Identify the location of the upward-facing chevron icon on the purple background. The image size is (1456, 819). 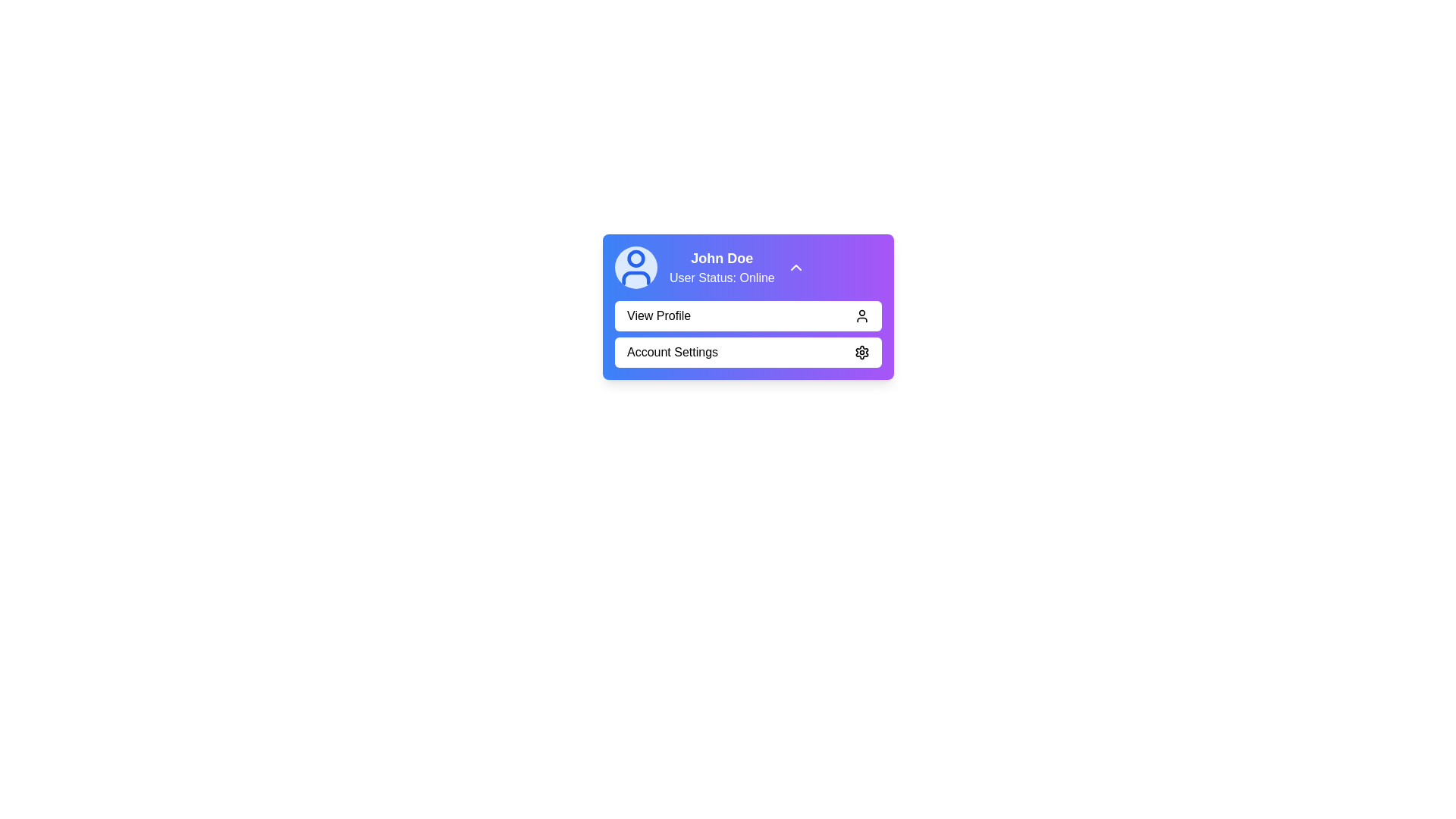
(795, 267).